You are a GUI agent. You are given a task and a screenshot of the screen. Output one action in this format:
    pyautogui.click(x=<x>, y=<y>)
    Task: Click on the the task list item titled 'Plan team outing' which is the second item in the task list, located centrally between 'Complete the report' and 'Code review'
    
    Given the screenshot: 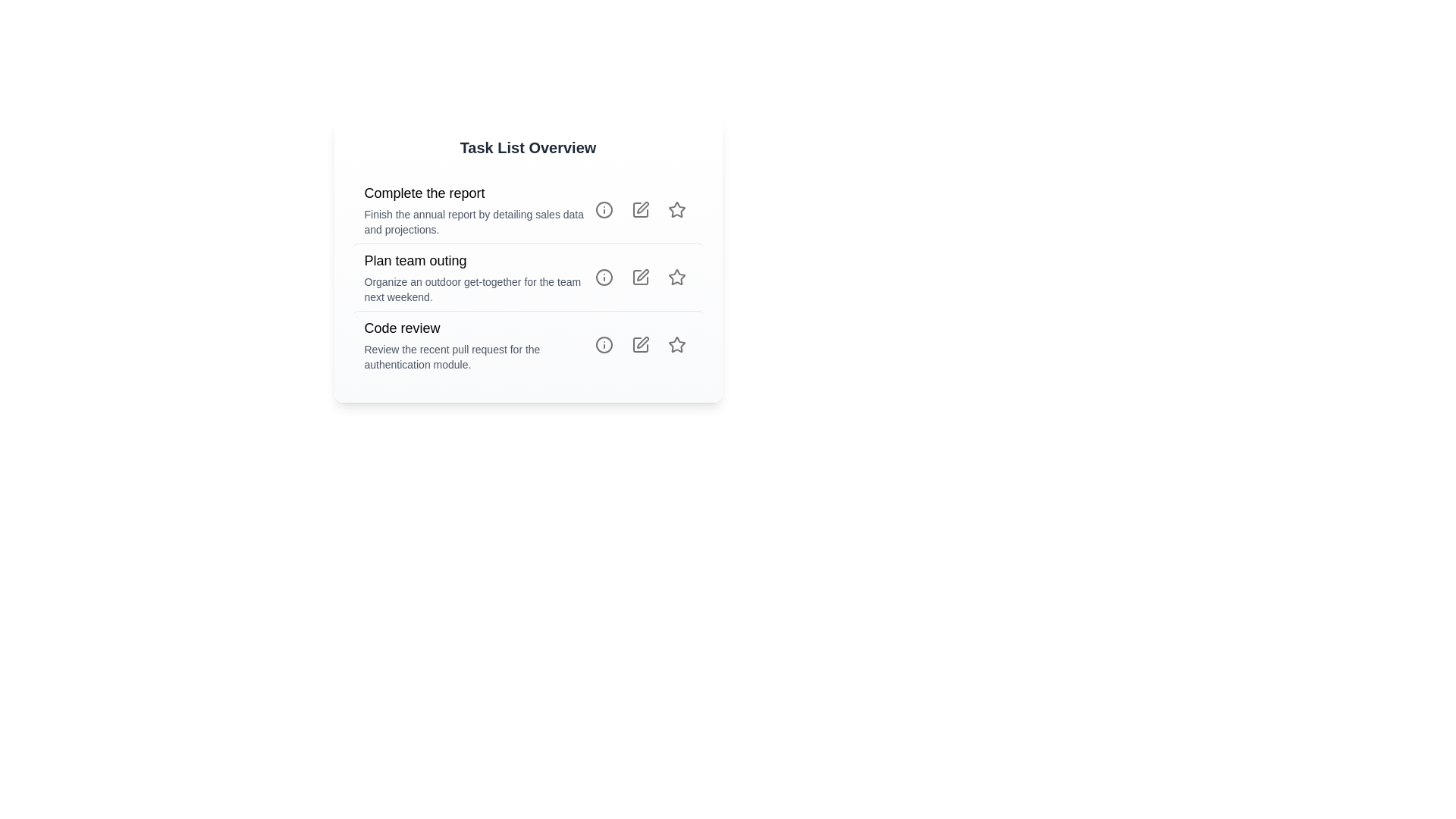 What is the action you would take?
    pyautogui.click(x=528, y=259)
    